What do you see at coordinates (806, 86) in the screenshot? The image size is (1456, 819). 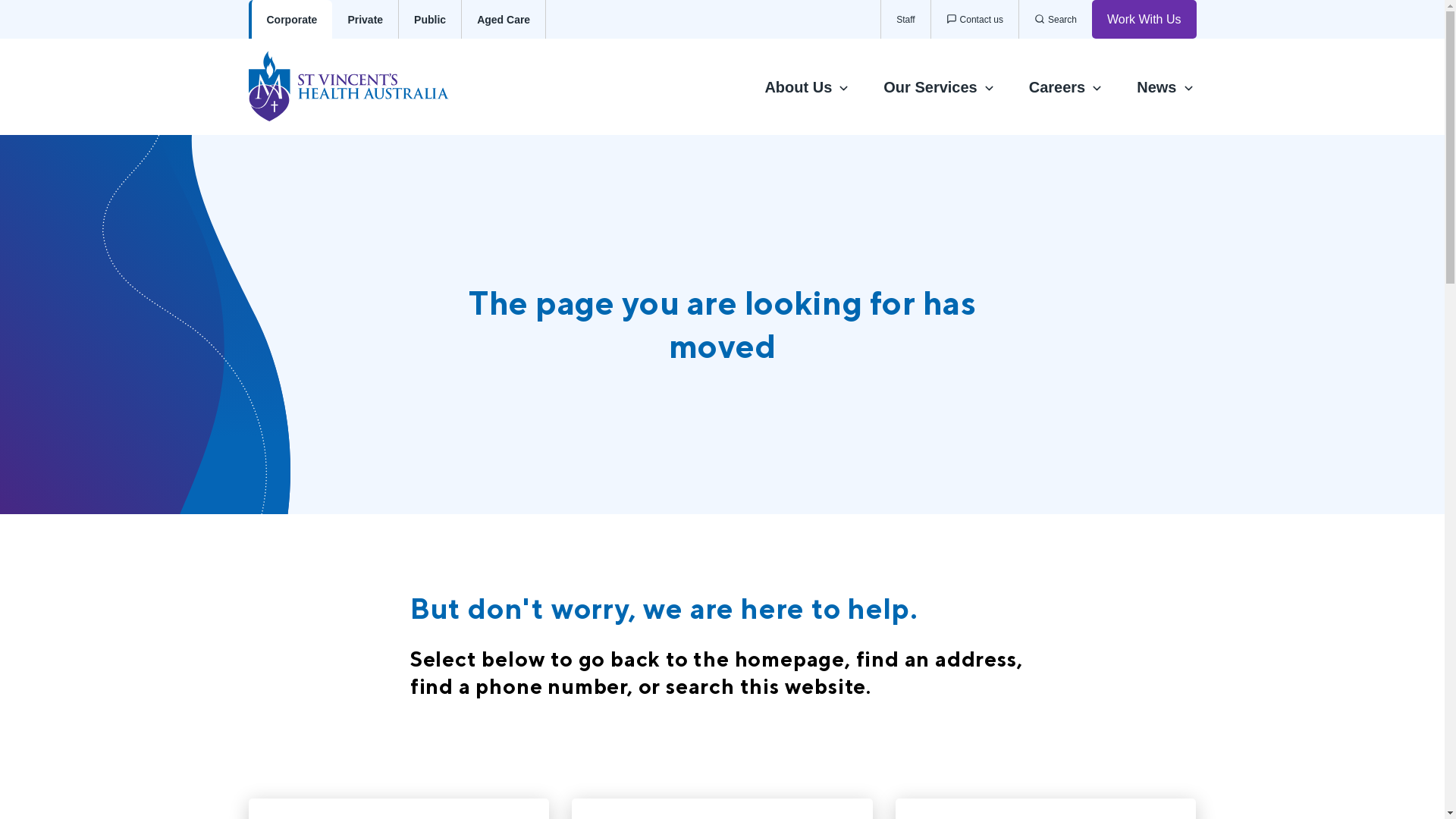 I see `'About Us'` at bounding box center [806, 86].